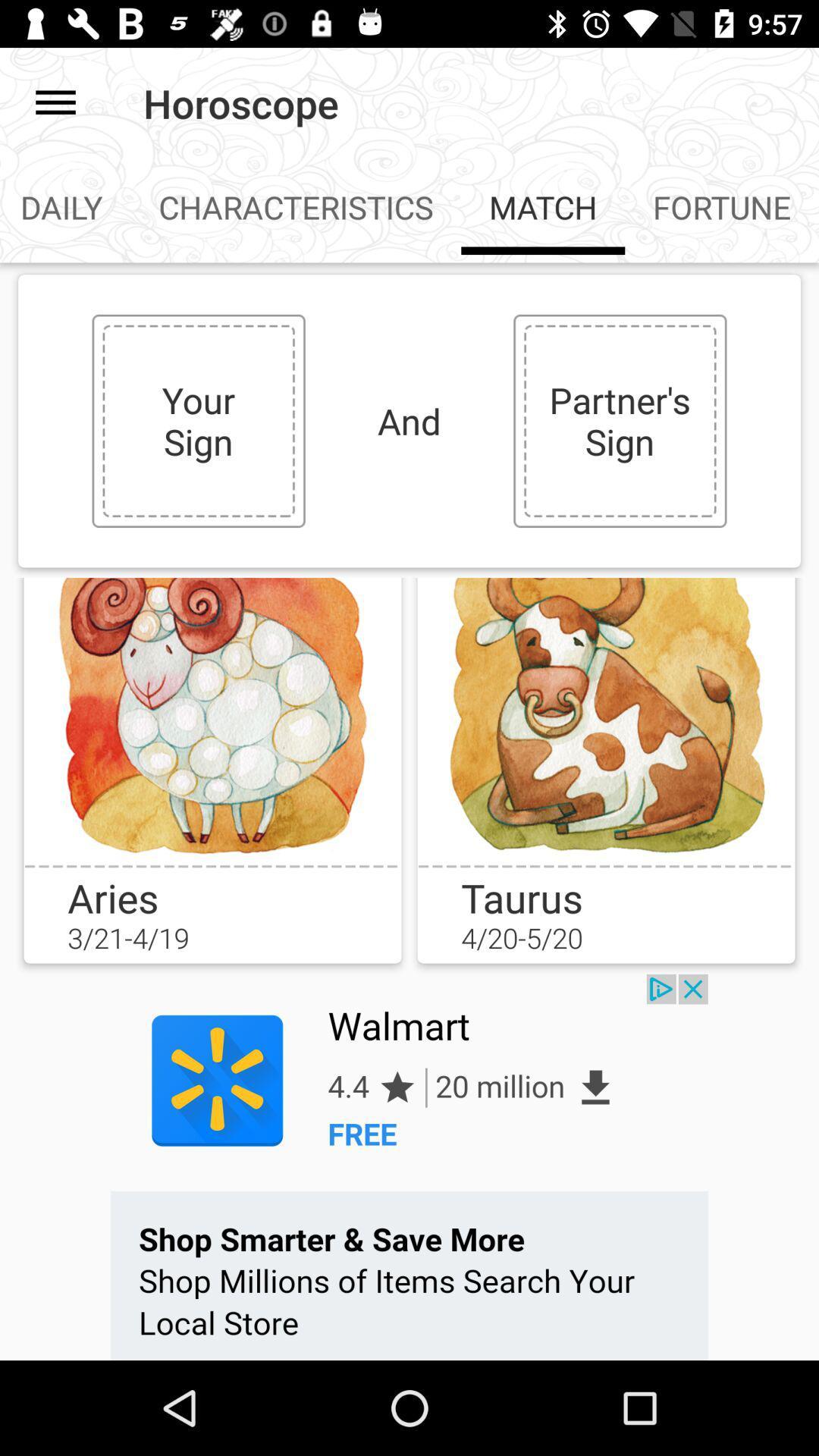 This screenshot has height=1456, width=819. Describe the element at coordinates (605, 720) in the screenshot. I see `match button` at that location.